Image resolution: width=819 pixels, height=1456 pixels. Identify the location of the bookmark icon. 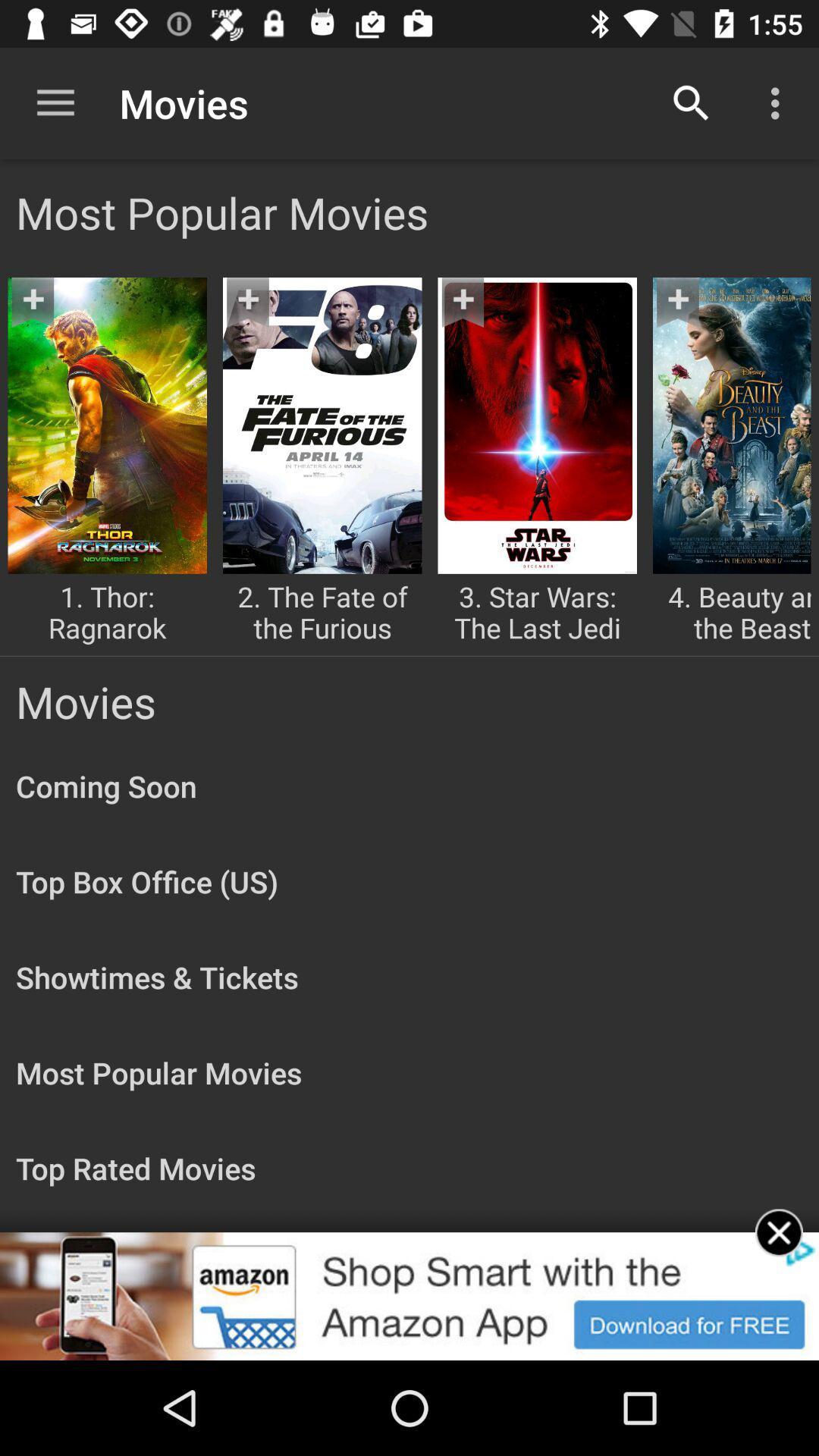
(46, 316).